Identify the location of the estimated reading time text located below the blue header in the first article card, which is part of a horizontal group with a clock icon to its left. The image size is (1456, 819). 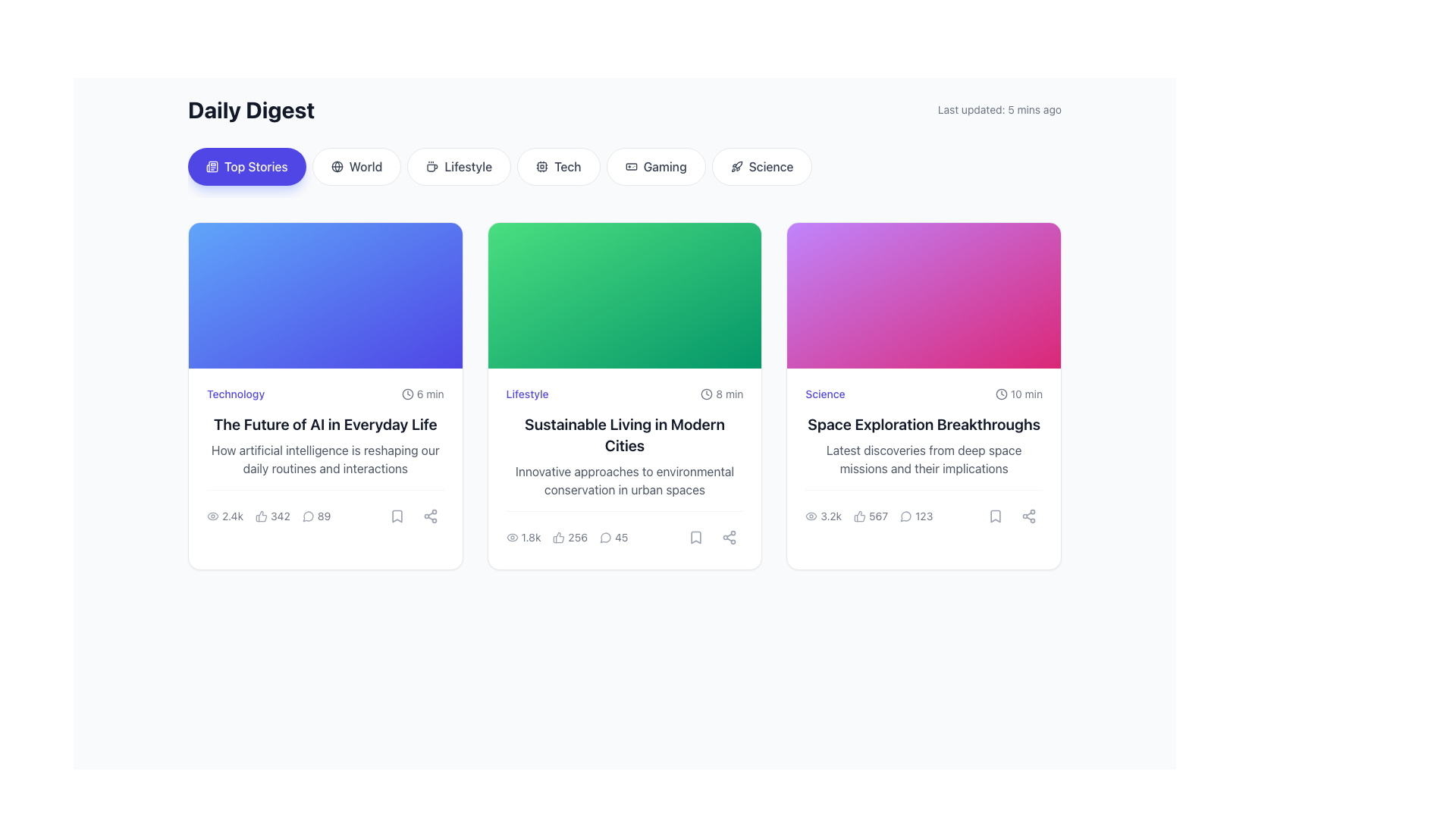
(429, 394).